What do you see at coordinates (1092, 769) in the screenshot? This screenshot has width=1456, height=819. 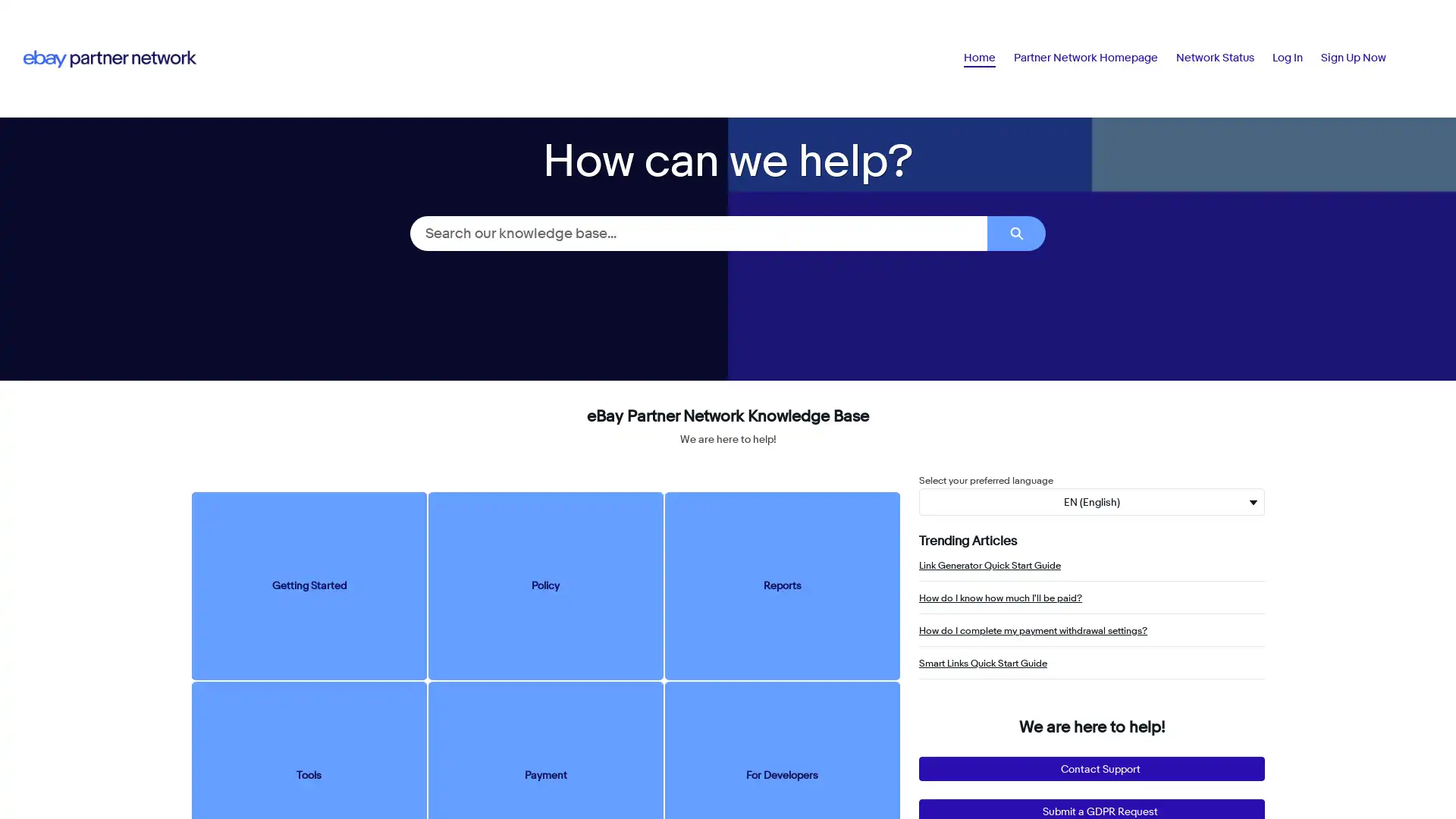 I see `Contact Support` at bounding box center [1092, 769].